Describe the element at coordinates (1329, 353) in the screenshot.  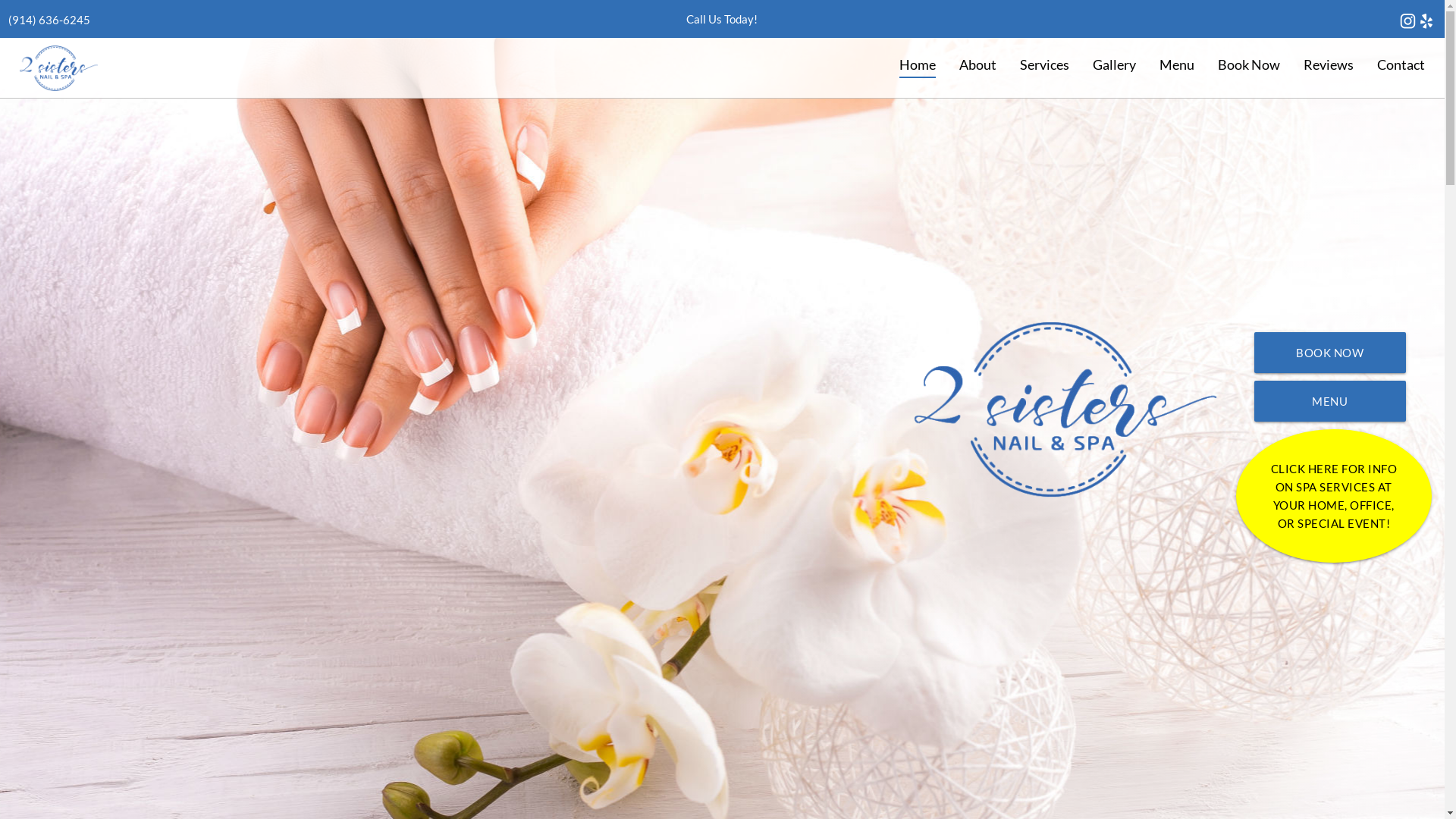
I see `'BOOK NOW'` at that location.